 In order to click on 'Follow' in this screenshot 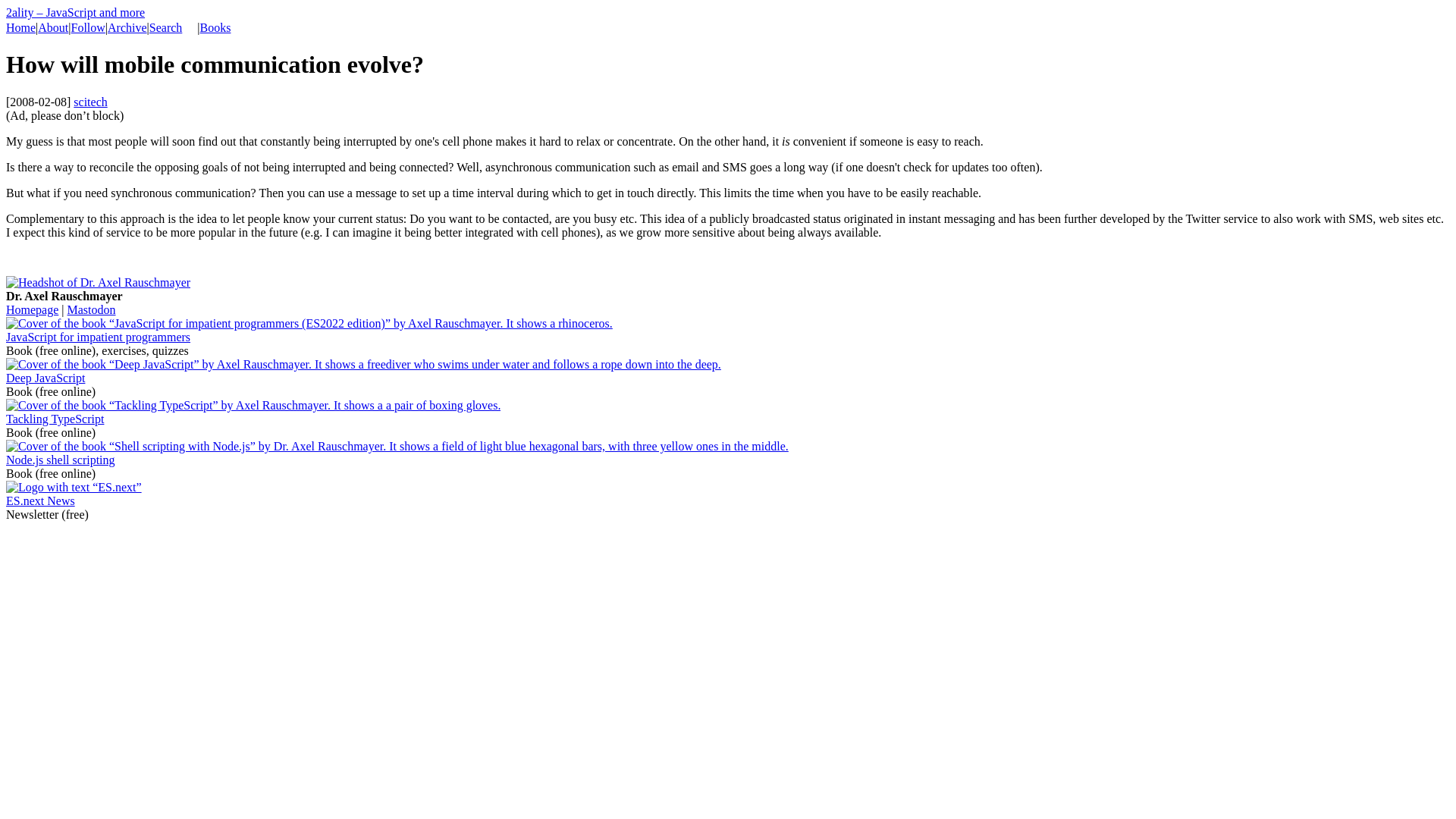, I will do `click(87, 27)`.